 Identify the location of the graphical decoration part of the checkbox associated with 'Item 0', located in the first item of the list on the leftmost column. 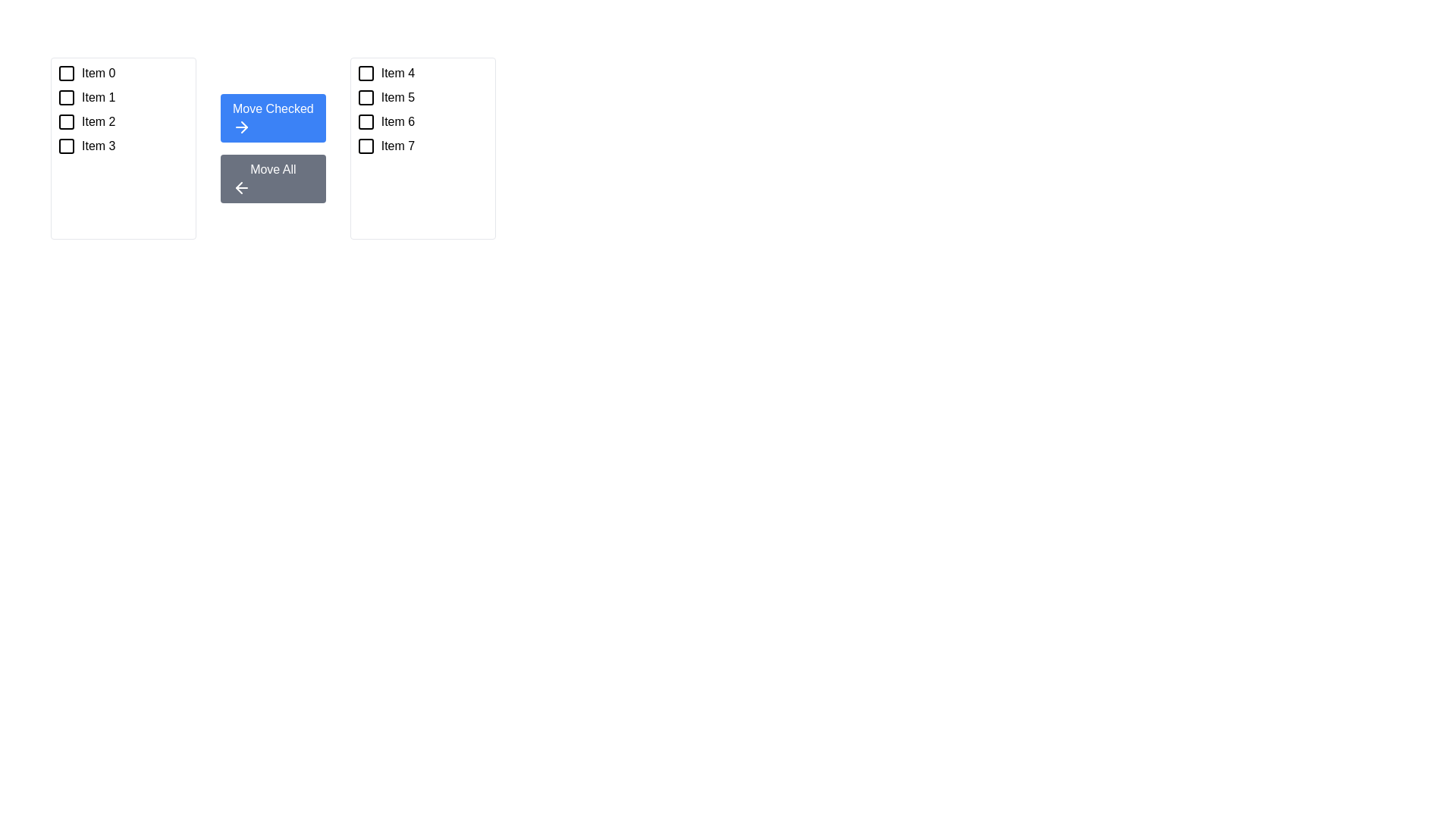
(65, 73).